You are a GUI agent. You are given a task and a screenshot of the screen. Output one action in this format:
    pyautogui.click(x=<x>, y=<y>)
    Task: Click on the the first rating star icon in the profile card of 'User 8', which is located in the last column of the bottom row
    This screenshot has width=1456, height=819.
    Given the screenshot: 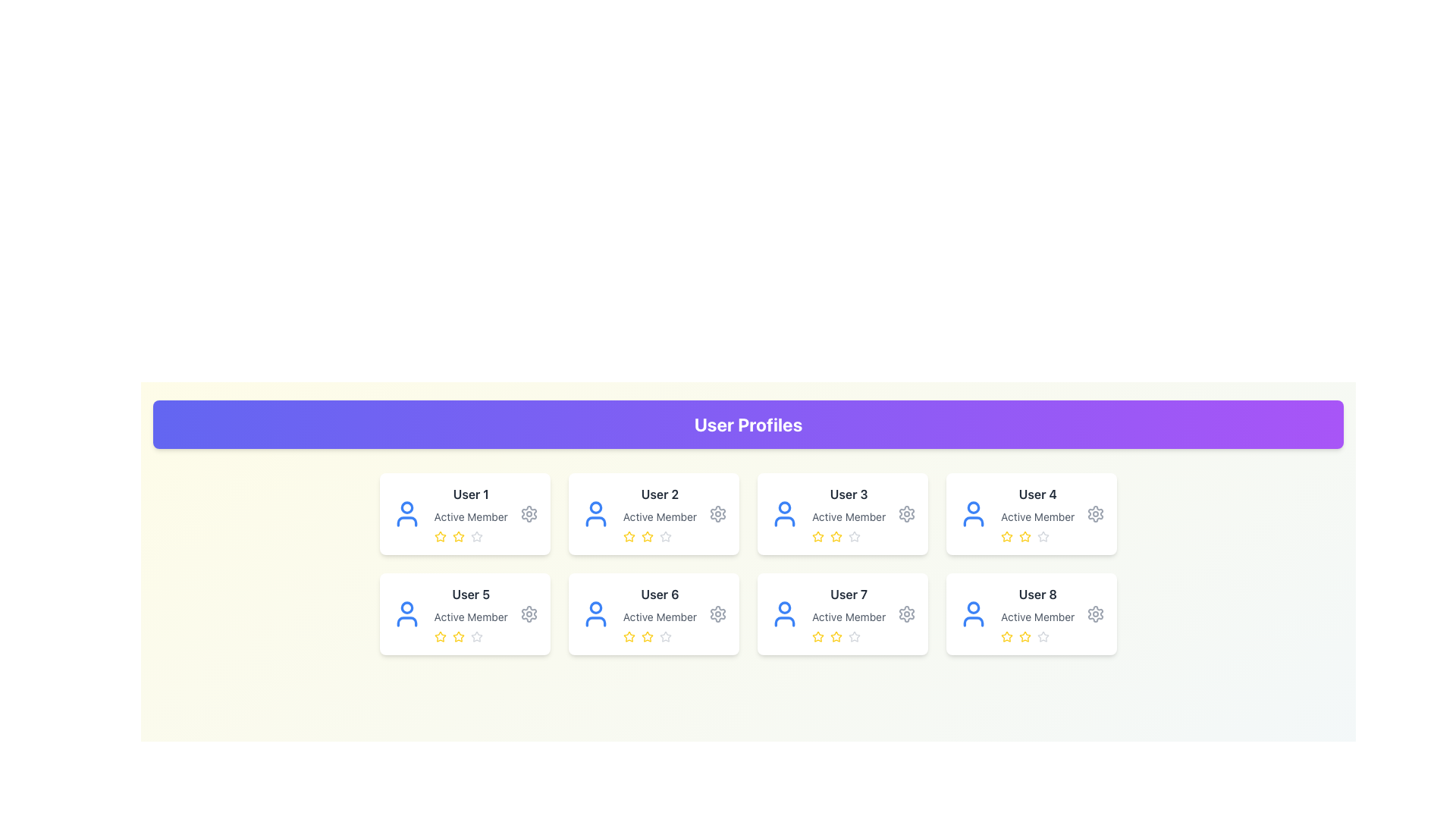 What is the action you would take?
    pyautogui.click(x=1007, y=637)
    